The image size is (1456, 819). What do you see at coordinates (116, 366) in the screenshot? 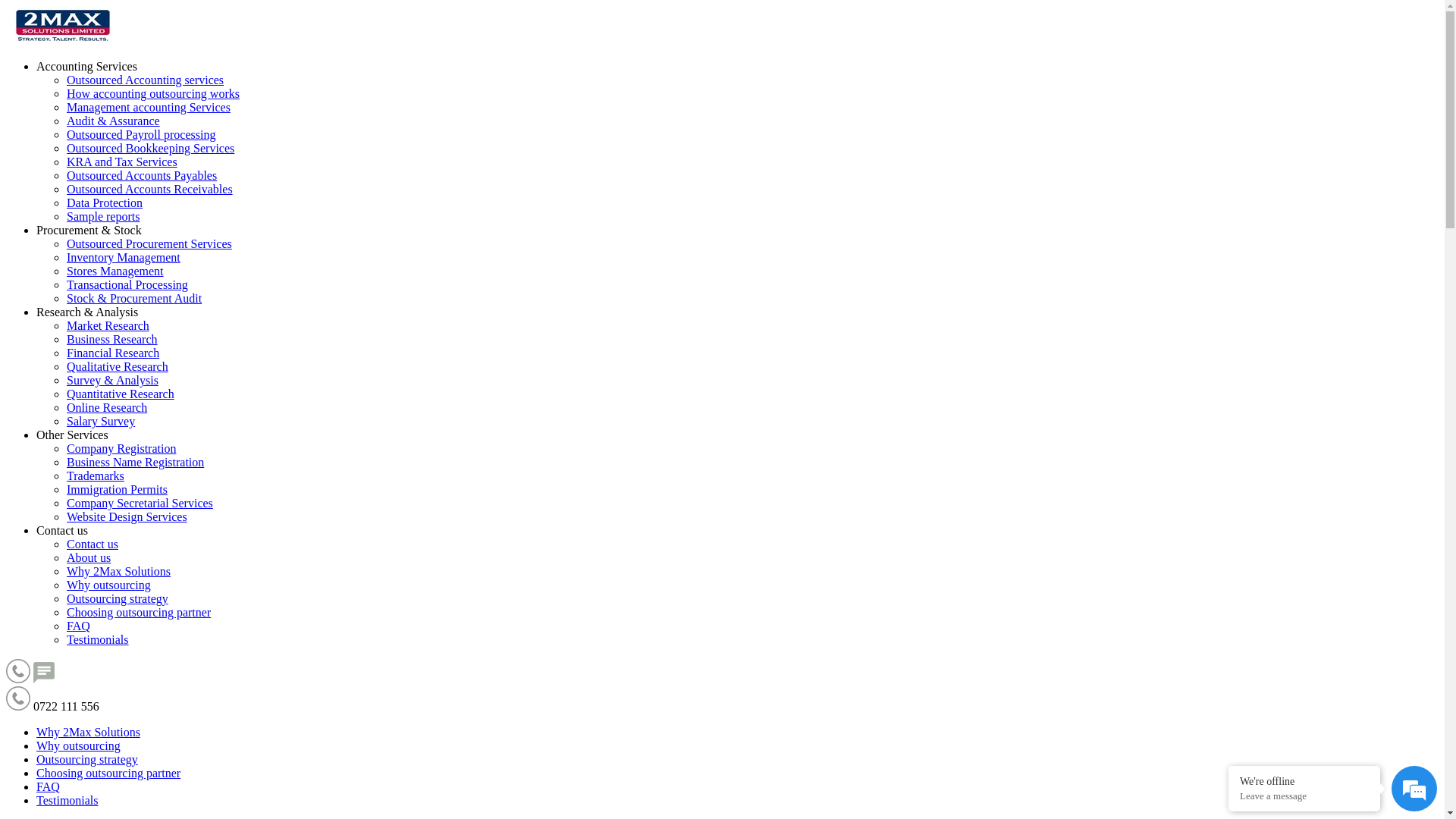
I see `'Qualitative Research'` at bounding box center [116, 366].